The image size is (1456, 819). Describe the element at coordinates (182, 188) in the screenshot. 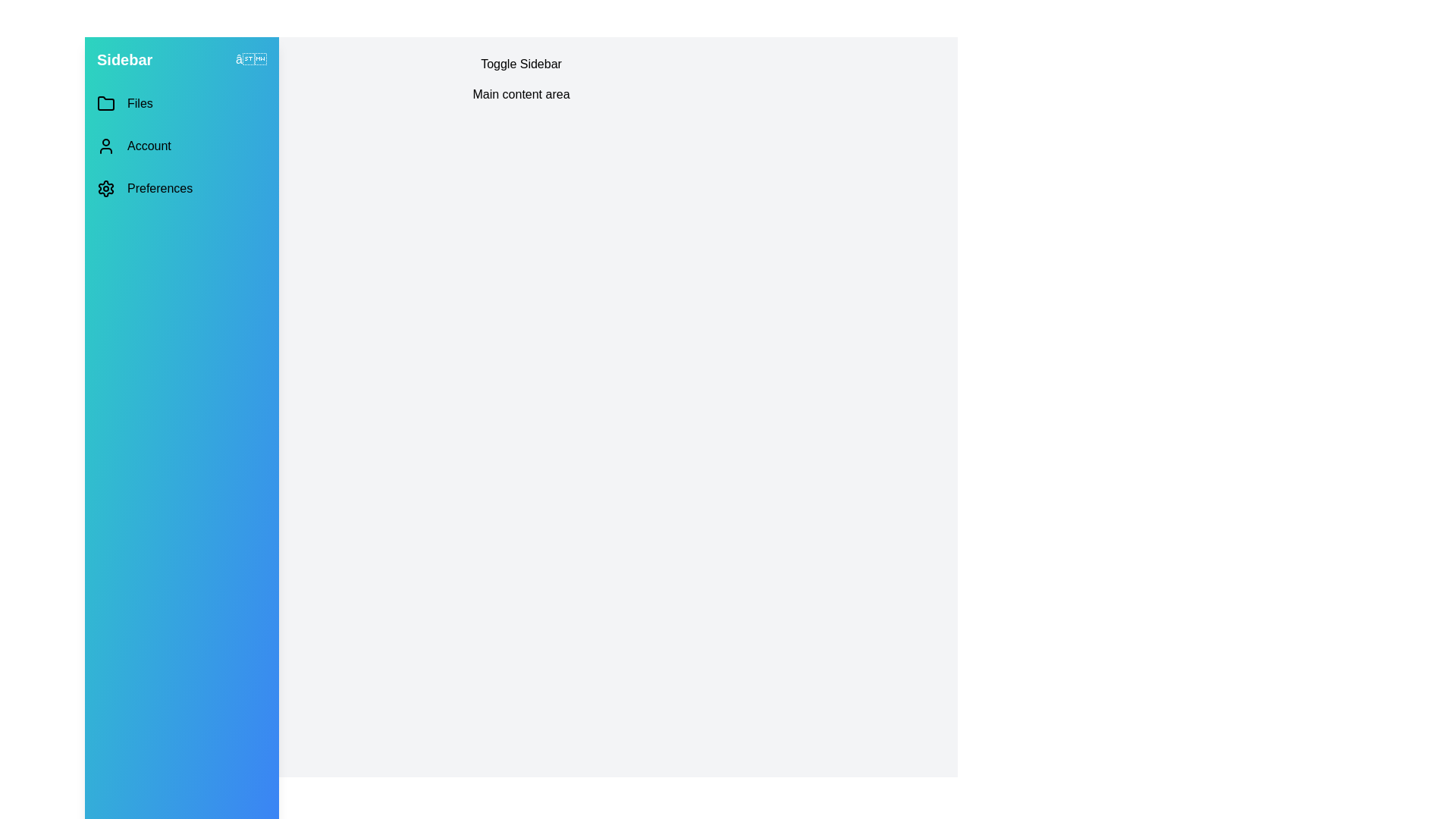

I see `the 'Preferences' section in the sidebar` at that location.